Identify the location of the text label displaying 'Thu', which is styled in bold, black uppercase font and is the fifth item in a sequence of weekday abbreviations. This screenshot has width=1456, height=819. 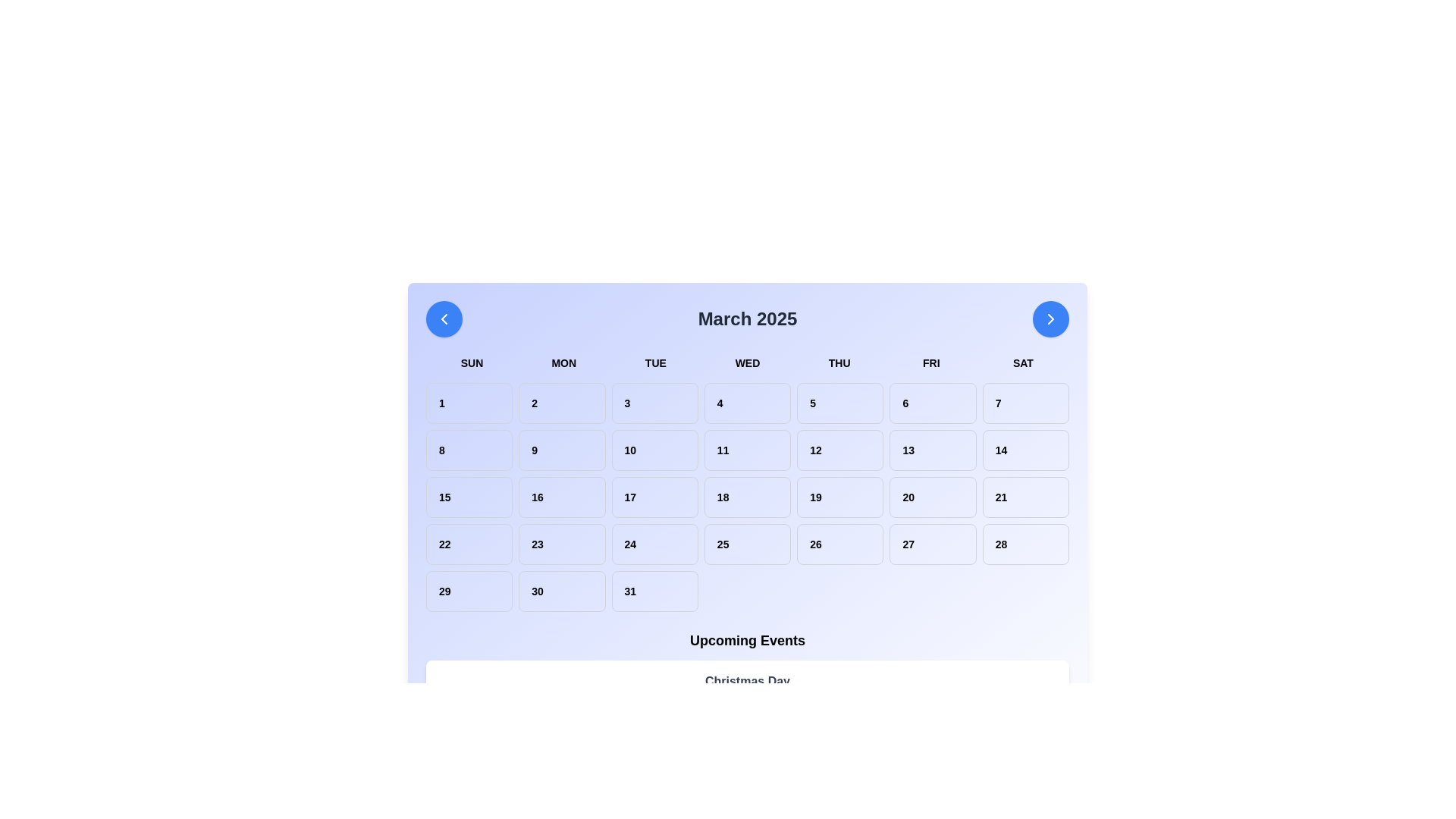
(839, 362).